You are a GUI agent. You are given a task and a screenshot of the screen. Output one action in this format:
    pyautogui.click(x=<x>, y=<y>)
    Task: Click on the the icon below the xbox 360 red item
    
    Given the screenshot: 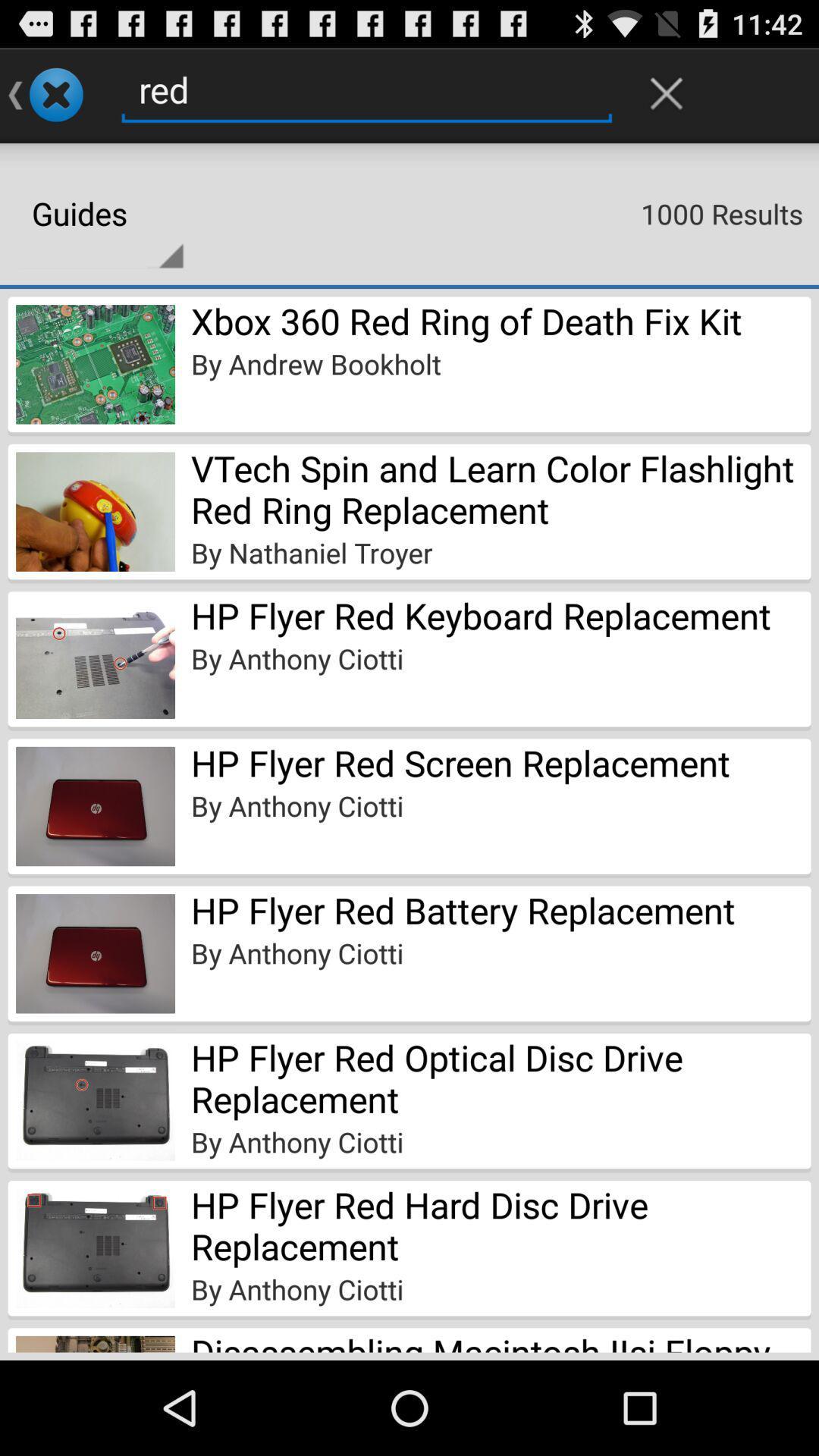 What is the action you would take?
    pyautogui.click(x=315, y=364)
    